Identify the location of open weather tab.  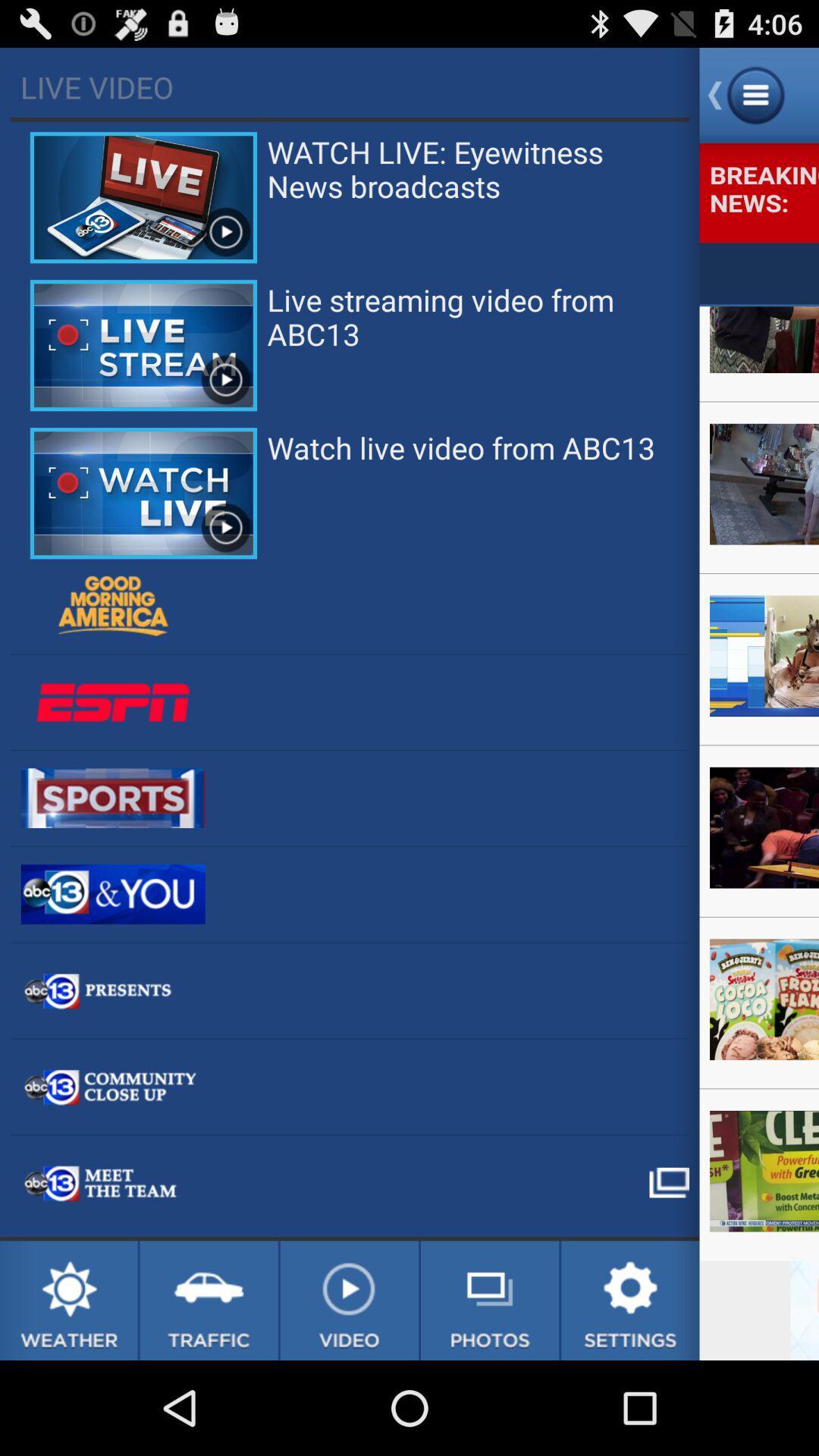
(68, 1300).